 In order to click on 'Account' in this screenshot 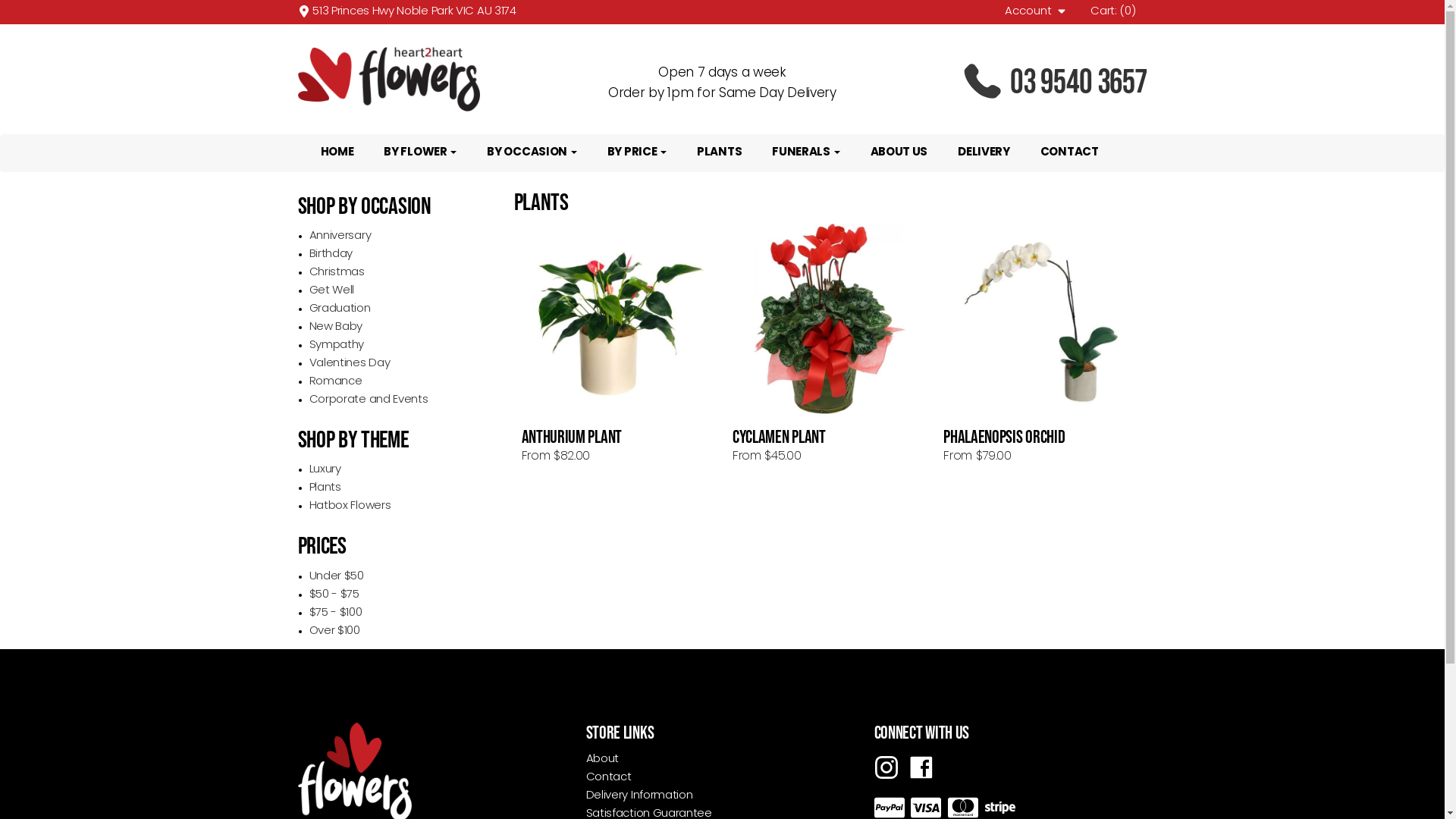, I will do `click(1036, 11)`.